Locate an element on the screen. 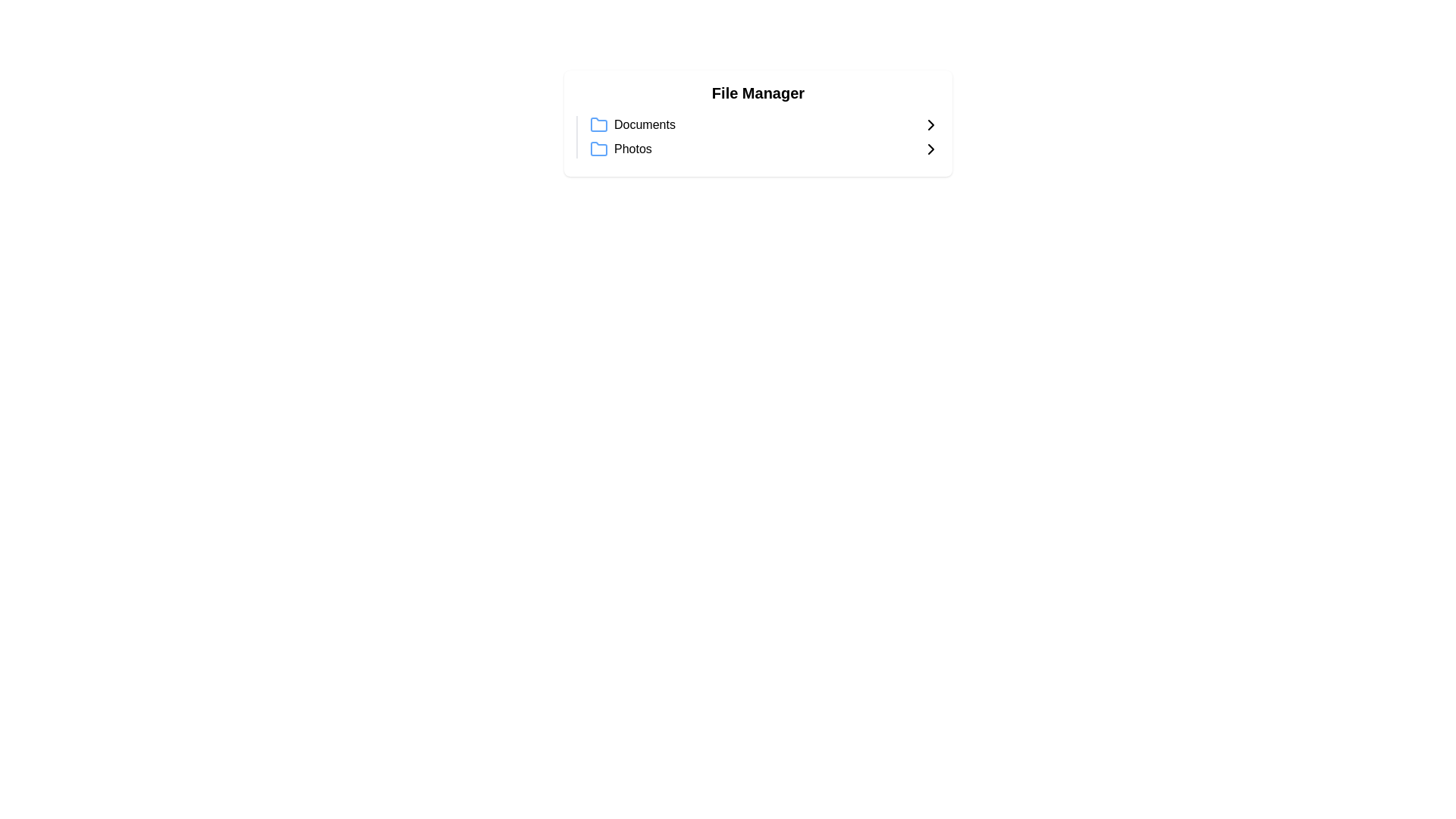  the Chevron Right icon located on the right-hand side of the 'Documents' list item is located at coordinates (930, 124).